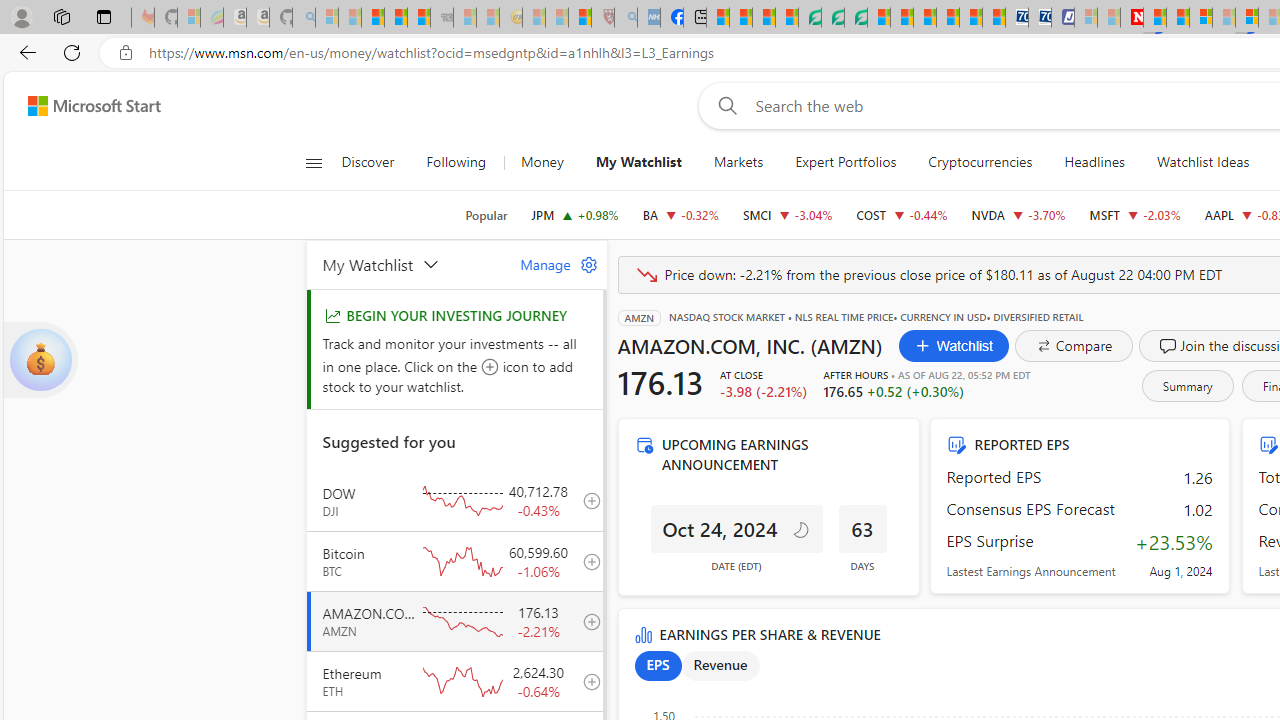  What do you see at coordinates (855, 17) in the screenshot?
I see `'Microsoft Word - consumer-privacy address update 2.2021'` at bounding box center [855, 17].